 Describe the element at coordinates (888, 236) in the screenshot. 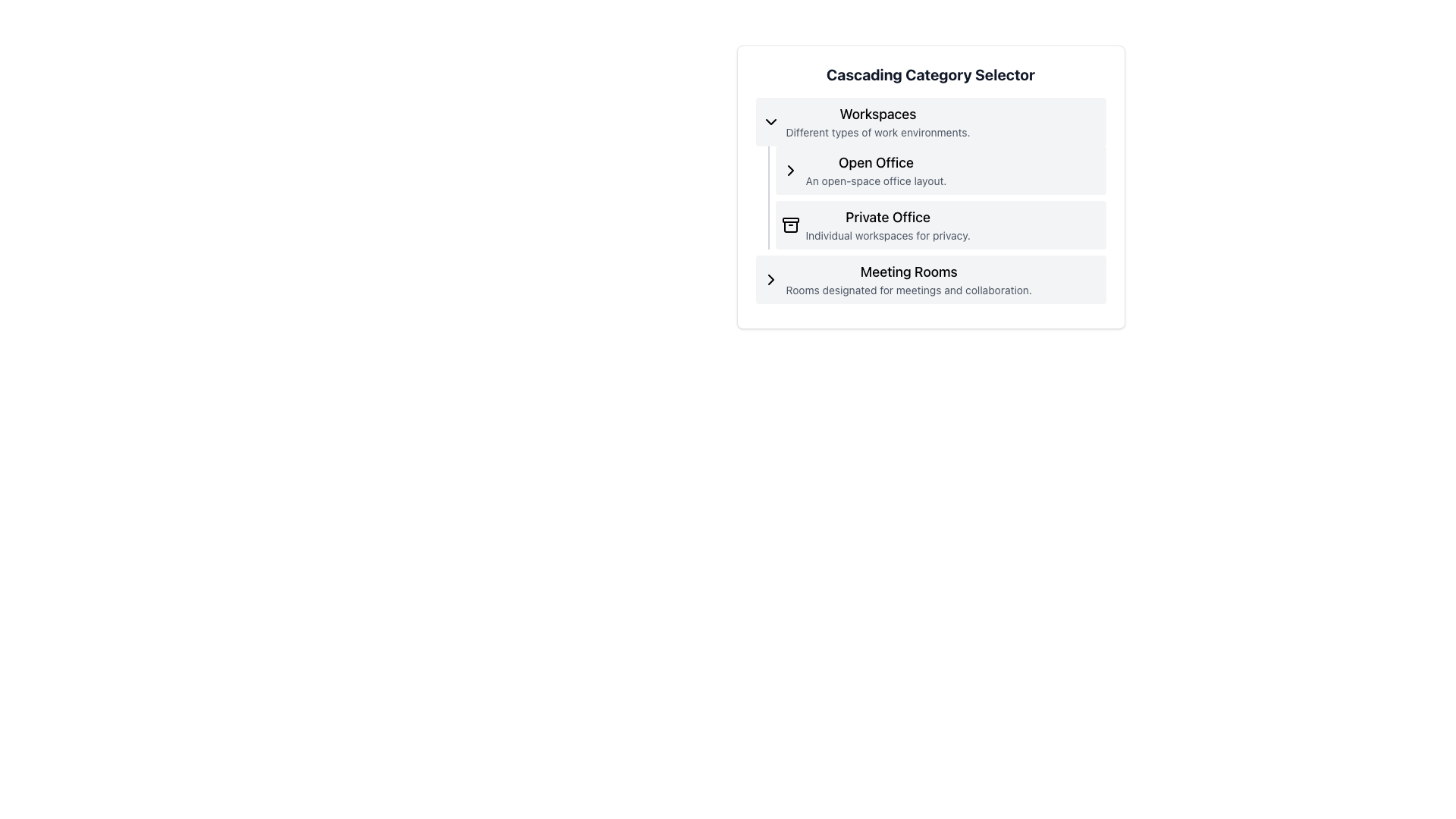

I see `the text label that states 'Individual workspaces for privacy.' which is styled with a small font size and gray text color, located directly below the title 'Private Office' in the cascading menu` at that location.